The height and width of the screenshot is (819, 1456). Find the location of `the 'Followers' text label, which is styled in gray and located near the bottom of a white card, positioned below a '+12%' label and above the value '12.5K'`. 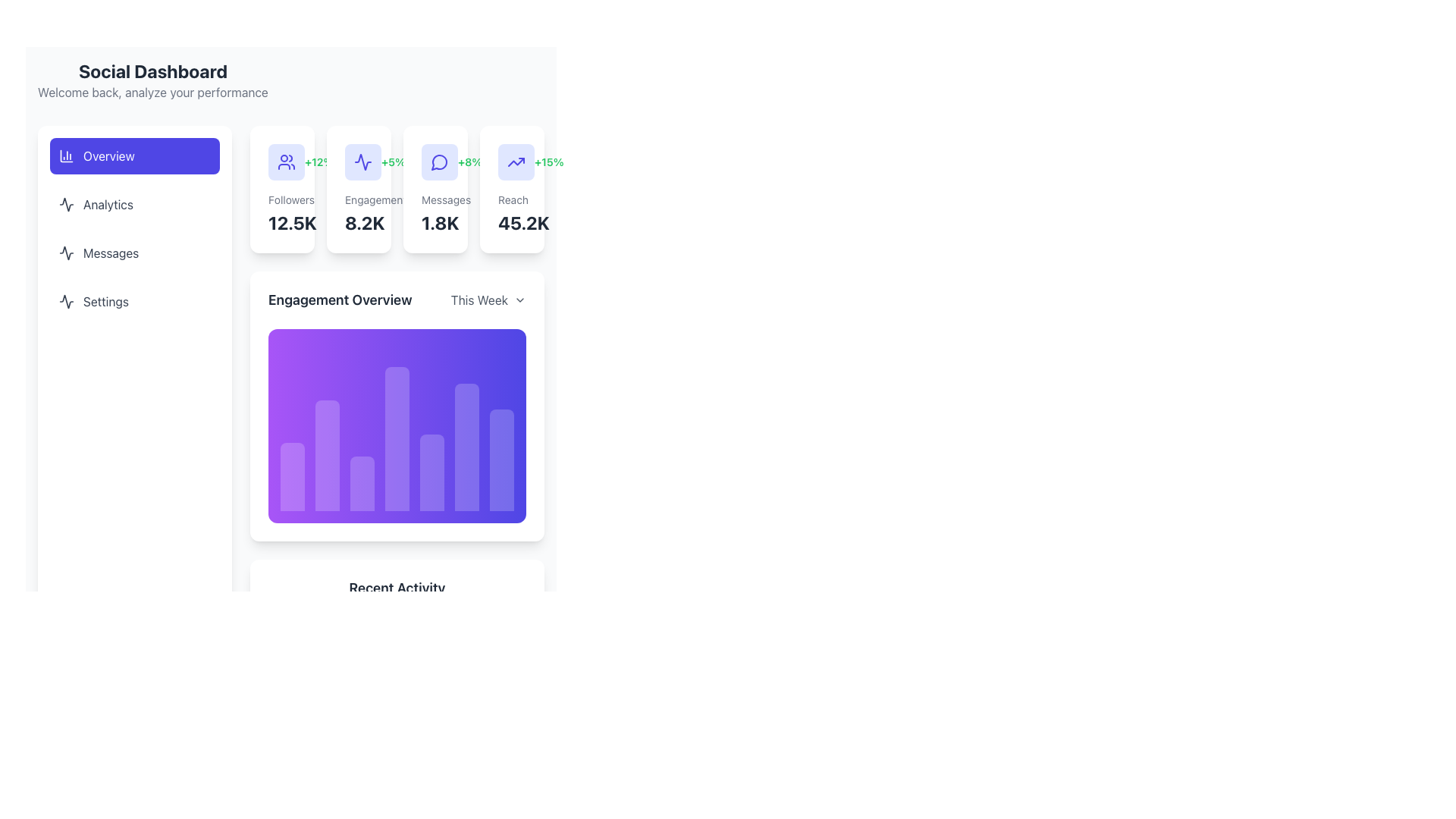

the 'Followers' text label, which is styled in gray and located near the bottom of a white card, positioned below a '+12%' label and above the value '12.5K' is located at coordinates (282, 199).